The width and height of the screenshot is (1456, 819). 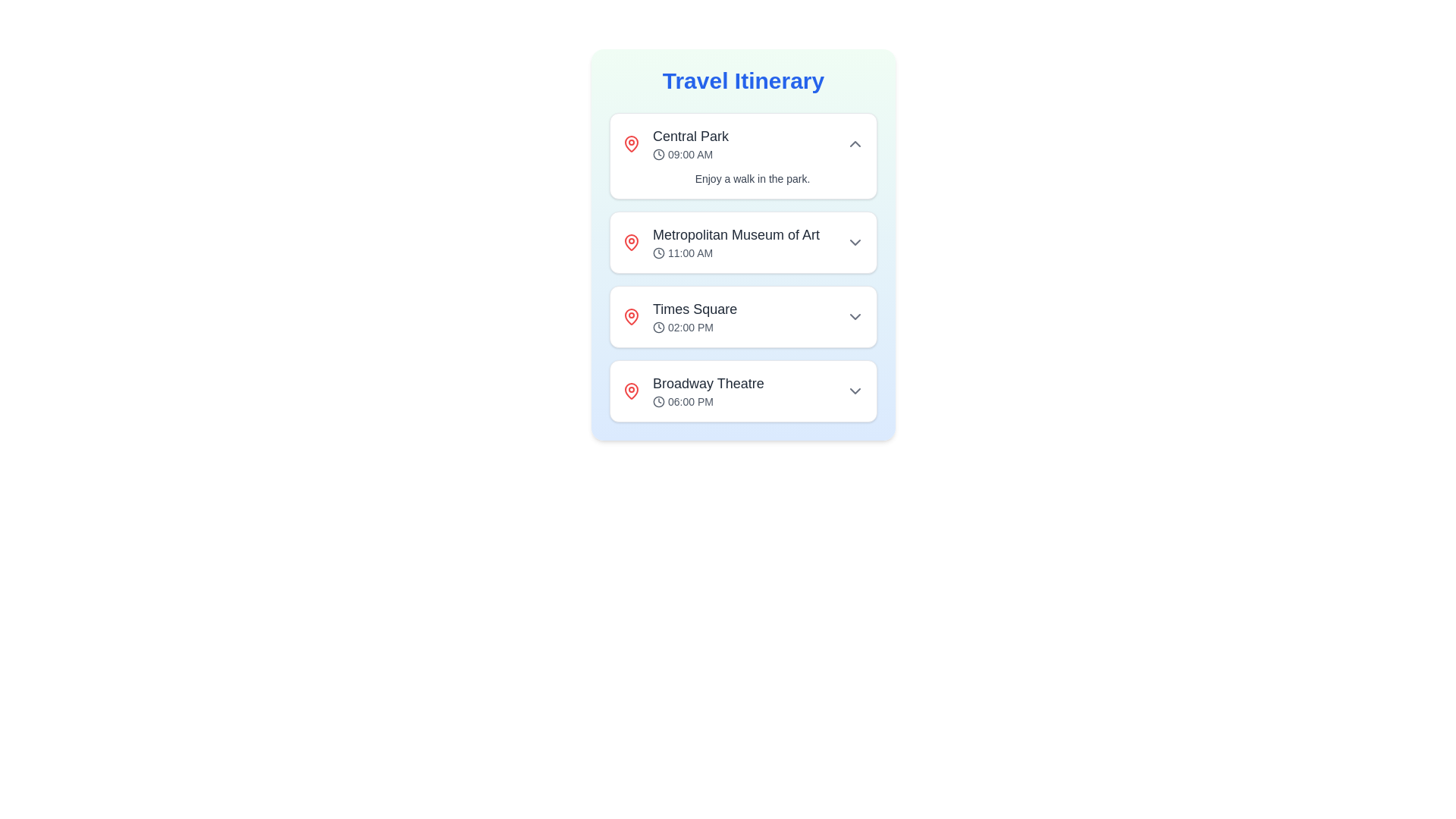 I want to click on the descriptive text element located directly beneath the 'Central Park' and '09:00 AM' text within the white rounded block in the first position of a vertical list, so click(x=743, y=177).